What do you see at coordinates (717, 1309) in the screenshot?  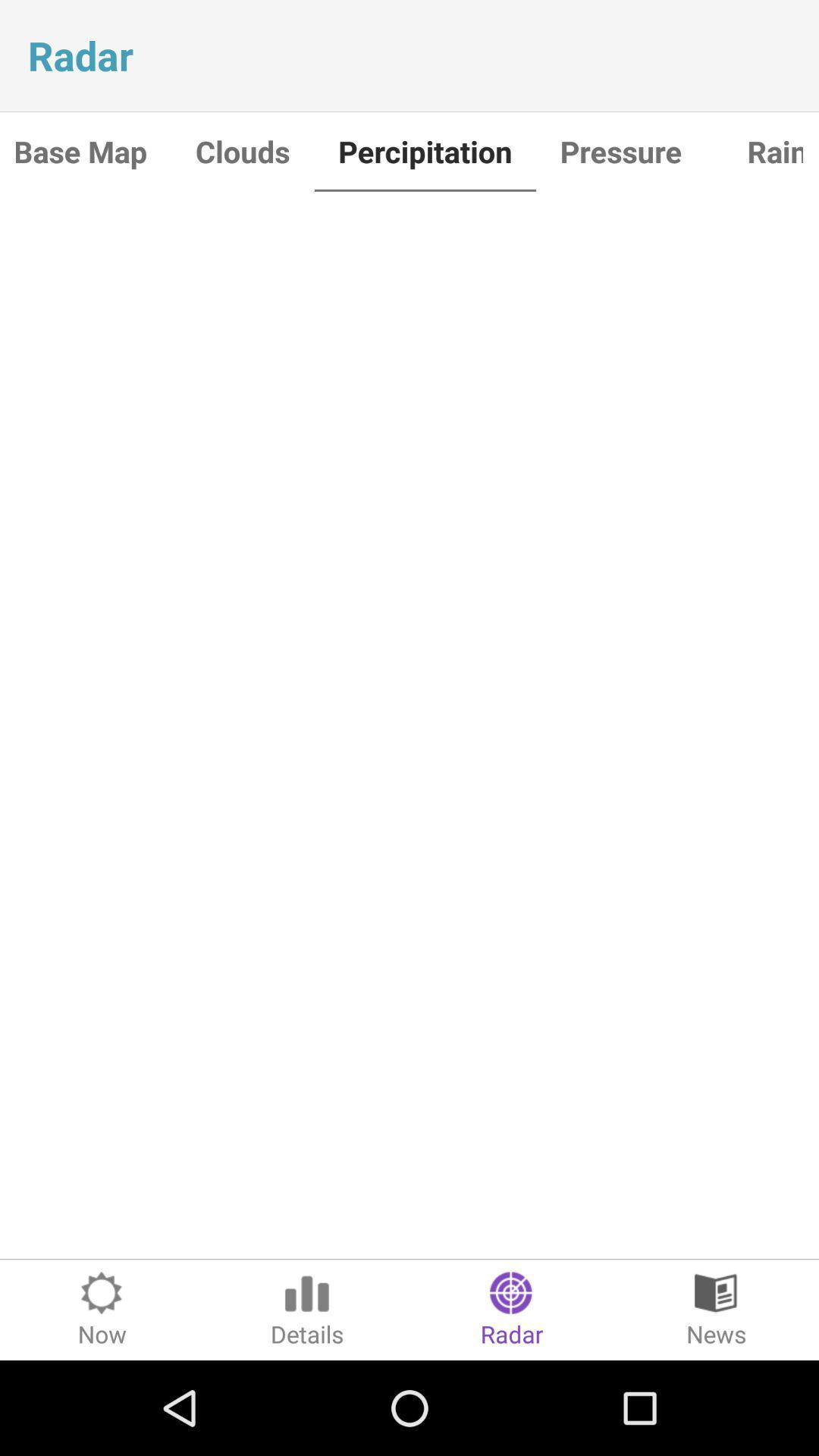 I see `item at the bottom right corner` at bounding box center [717, 1309].